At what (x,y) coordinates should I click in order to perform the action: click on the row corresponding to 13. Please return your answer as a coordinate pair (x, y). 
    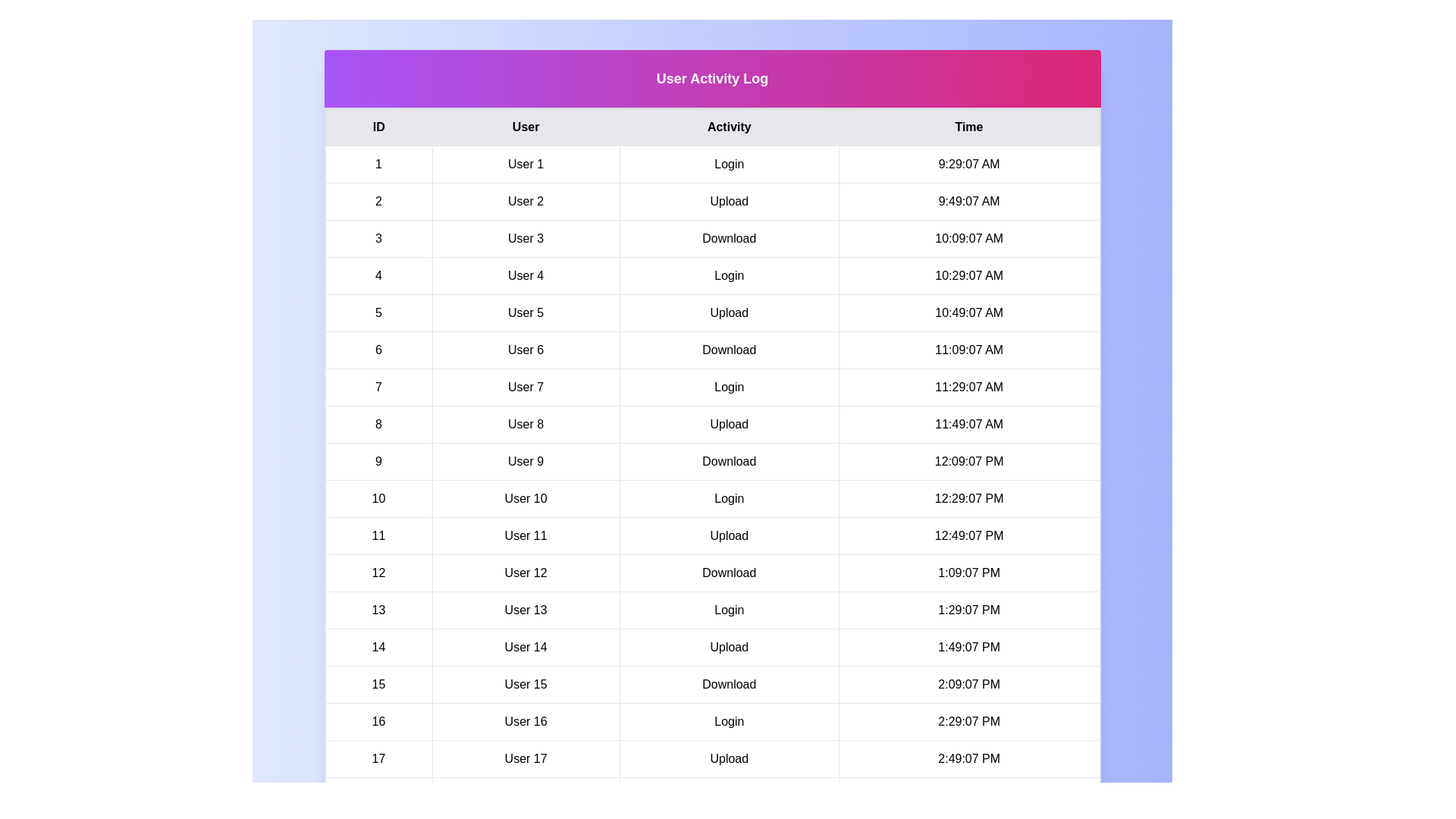
    Looking at the image, I should click on (711, 610).